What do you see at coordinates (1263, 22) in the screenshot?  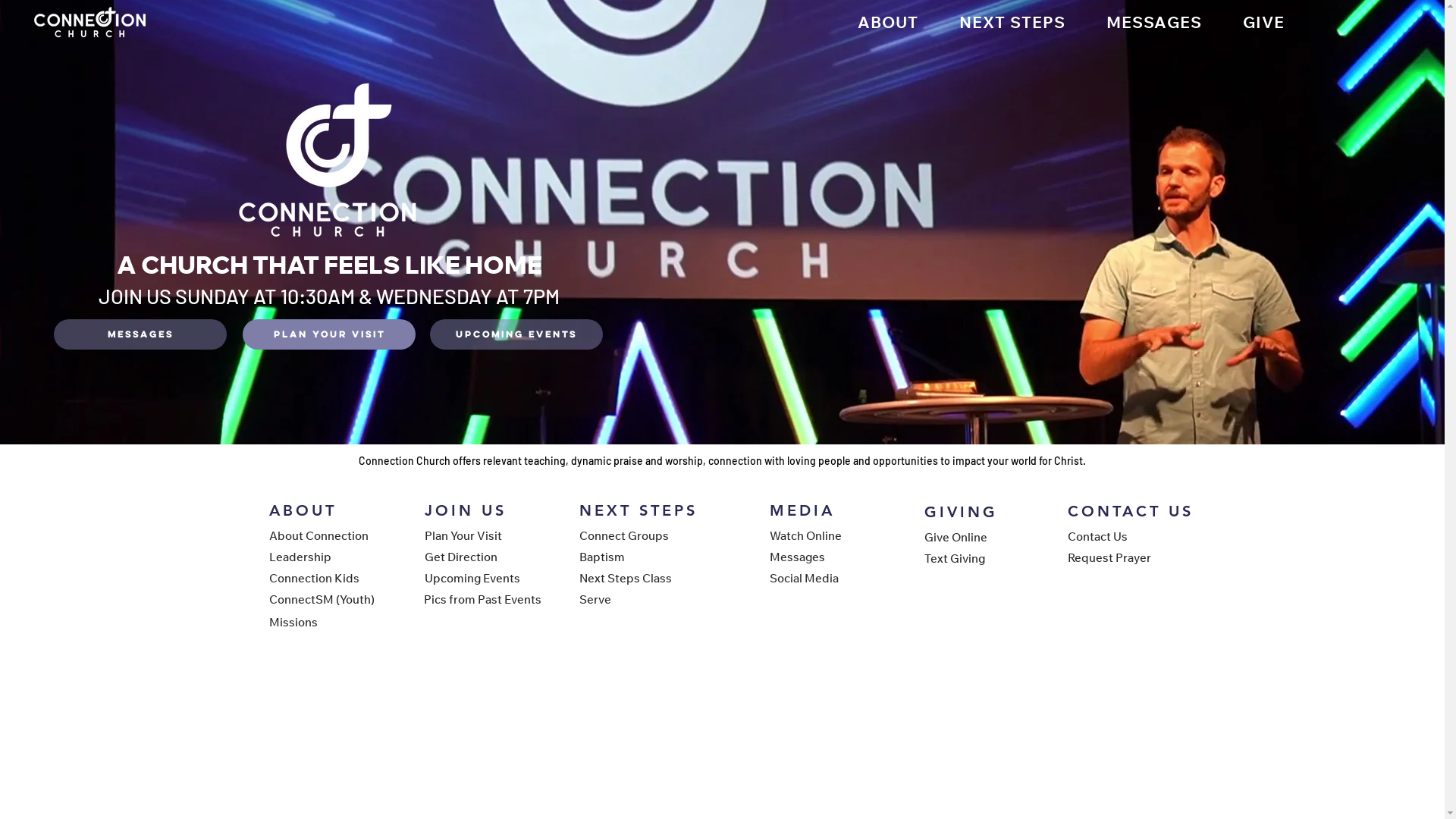 I see `'GIVE'` at bounding box center [1263, 22].